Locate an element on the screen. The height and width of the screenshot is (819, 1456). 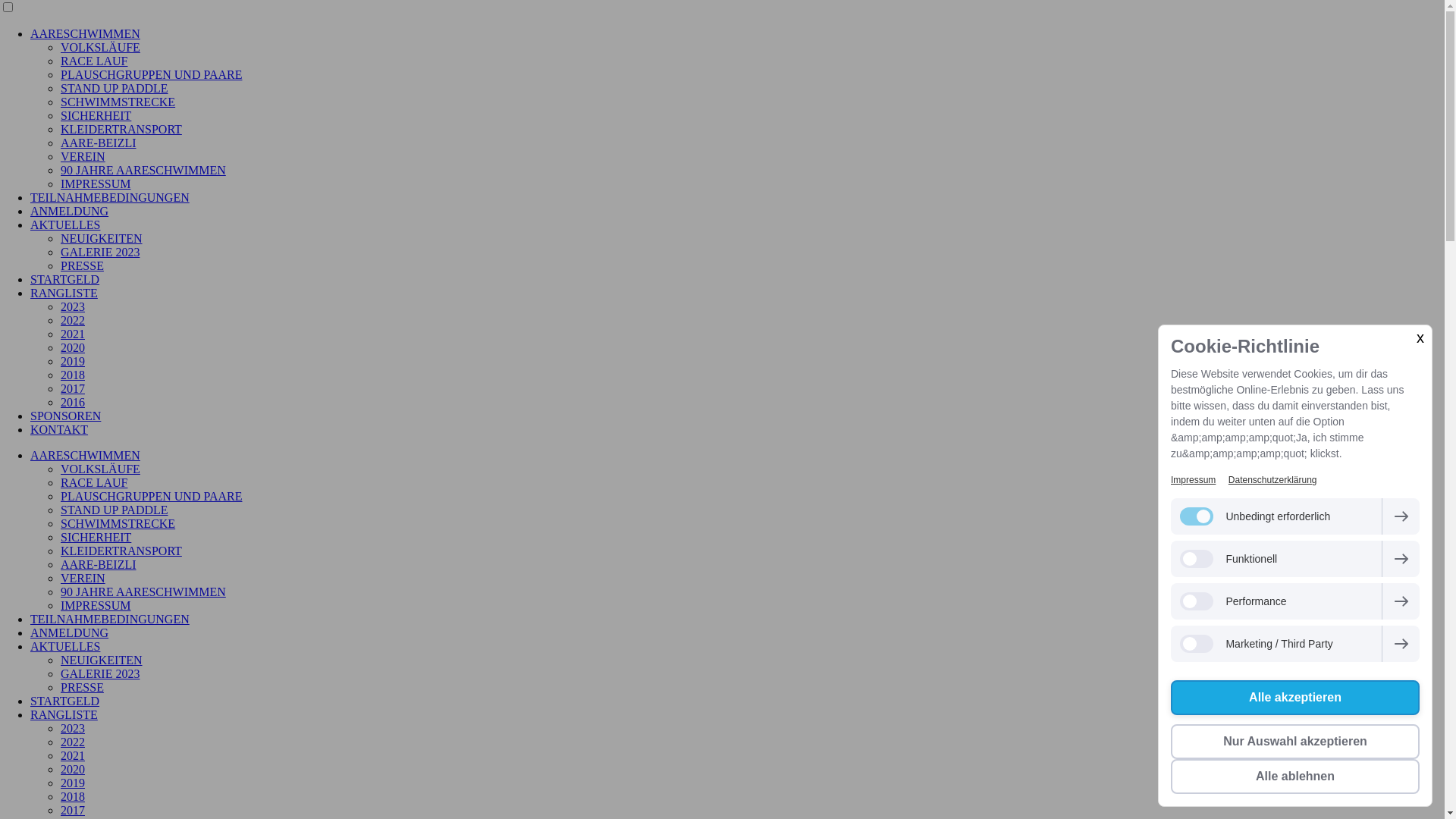
'90 JAHRE AARESCHWIMMEN' is located at coordinates (143, 591).